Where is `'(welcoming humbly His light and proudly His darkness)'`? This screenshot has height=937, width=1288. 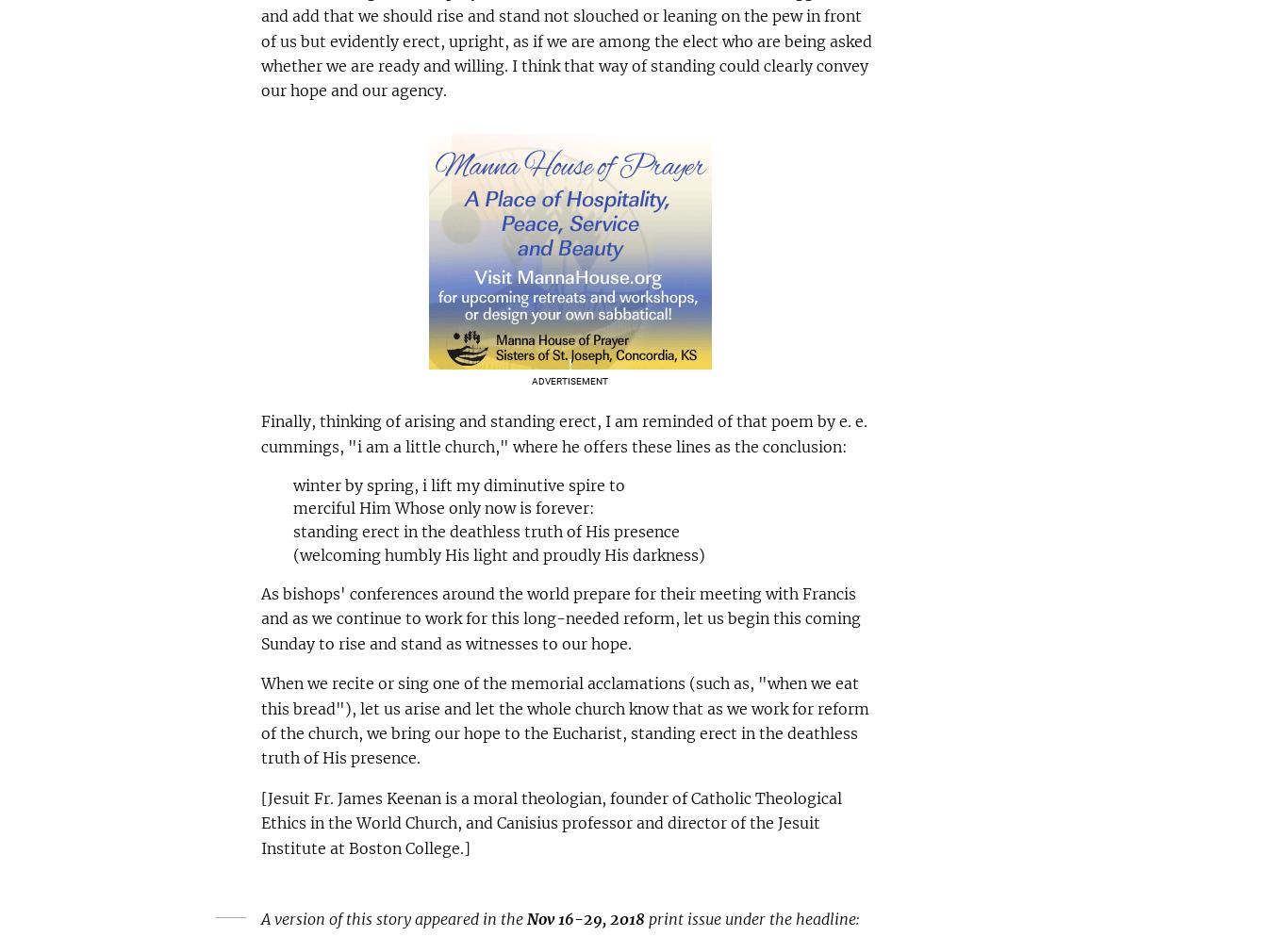 '(welcoming humbly His light and proudly His darkness)' is located at coordinates (500, 553).